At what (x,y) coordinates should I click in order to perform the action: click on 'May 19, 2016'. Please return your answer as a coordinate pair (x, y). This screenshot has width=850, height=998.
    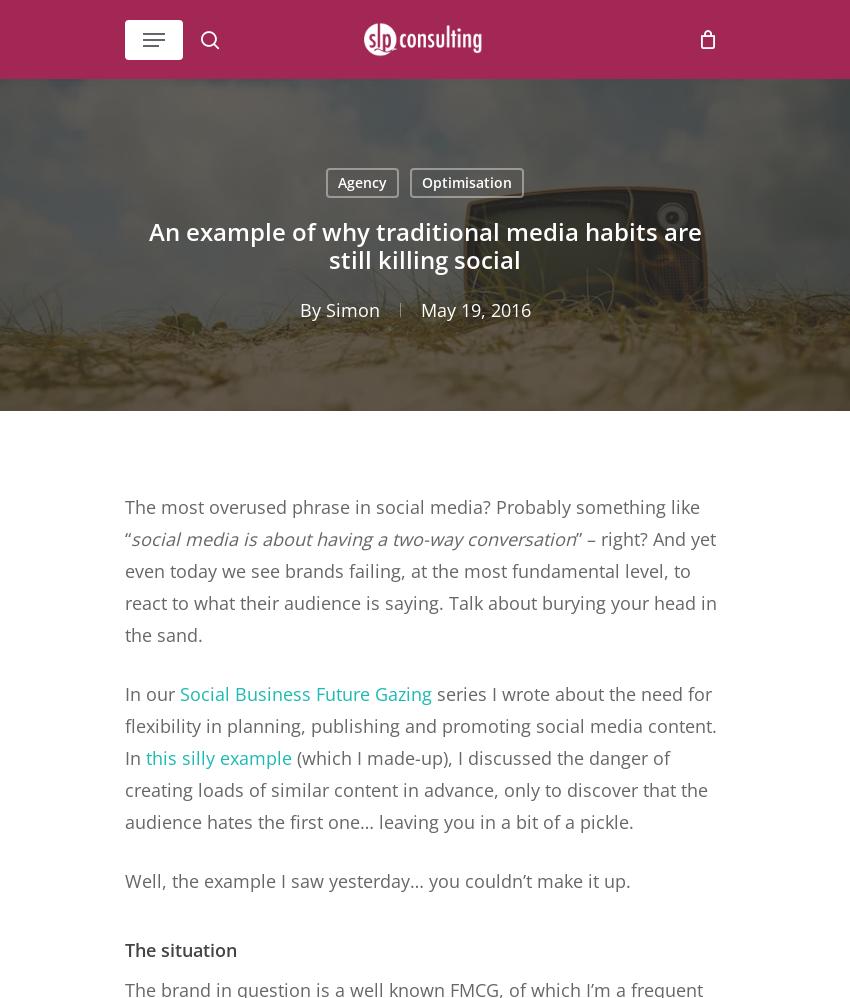
    Looking at the image, I should click on (474, 309).